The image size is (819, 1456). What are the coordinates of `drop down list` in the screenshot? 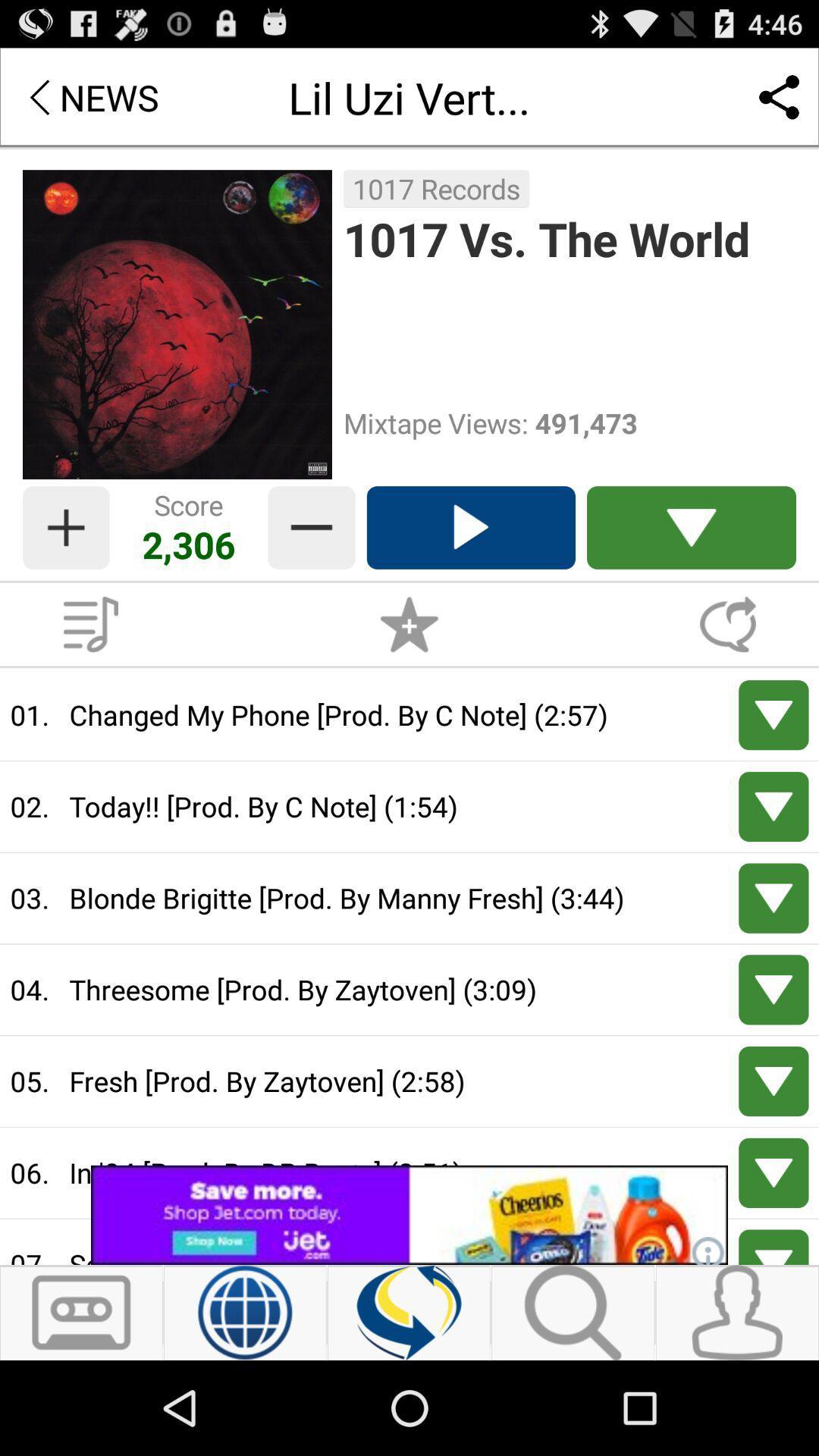 It's located at (691, 528).